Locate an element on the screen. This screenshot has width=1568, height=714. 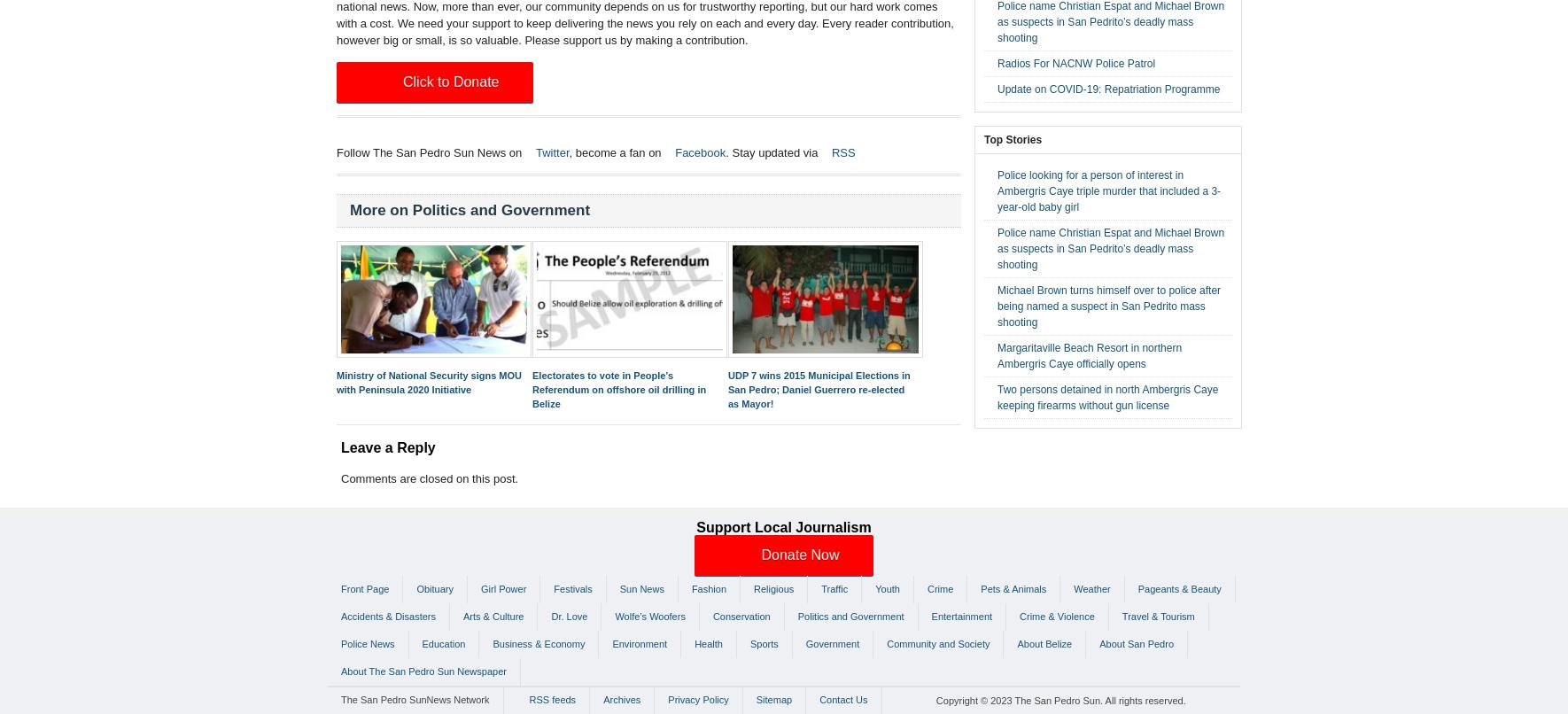
'Support Local Journalism' is located at coordinates (783, 527).